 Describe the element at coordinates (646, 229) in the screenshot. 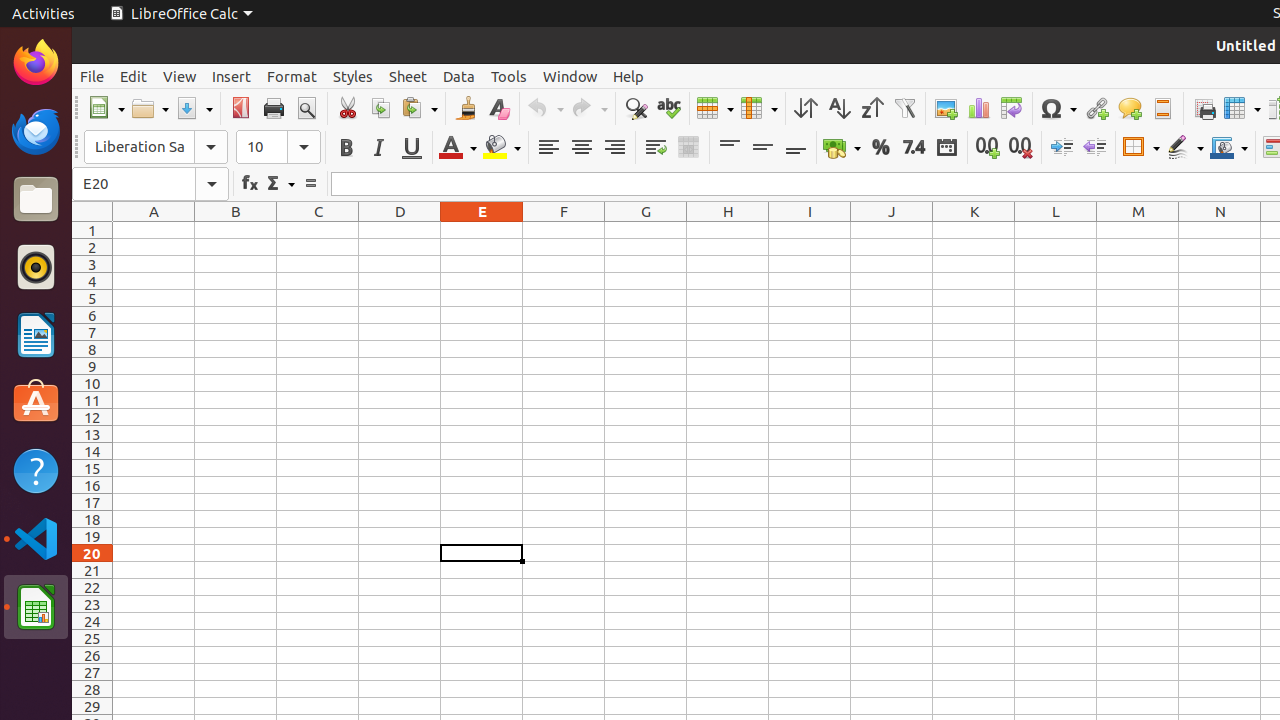

I see `'G1'` at that location.